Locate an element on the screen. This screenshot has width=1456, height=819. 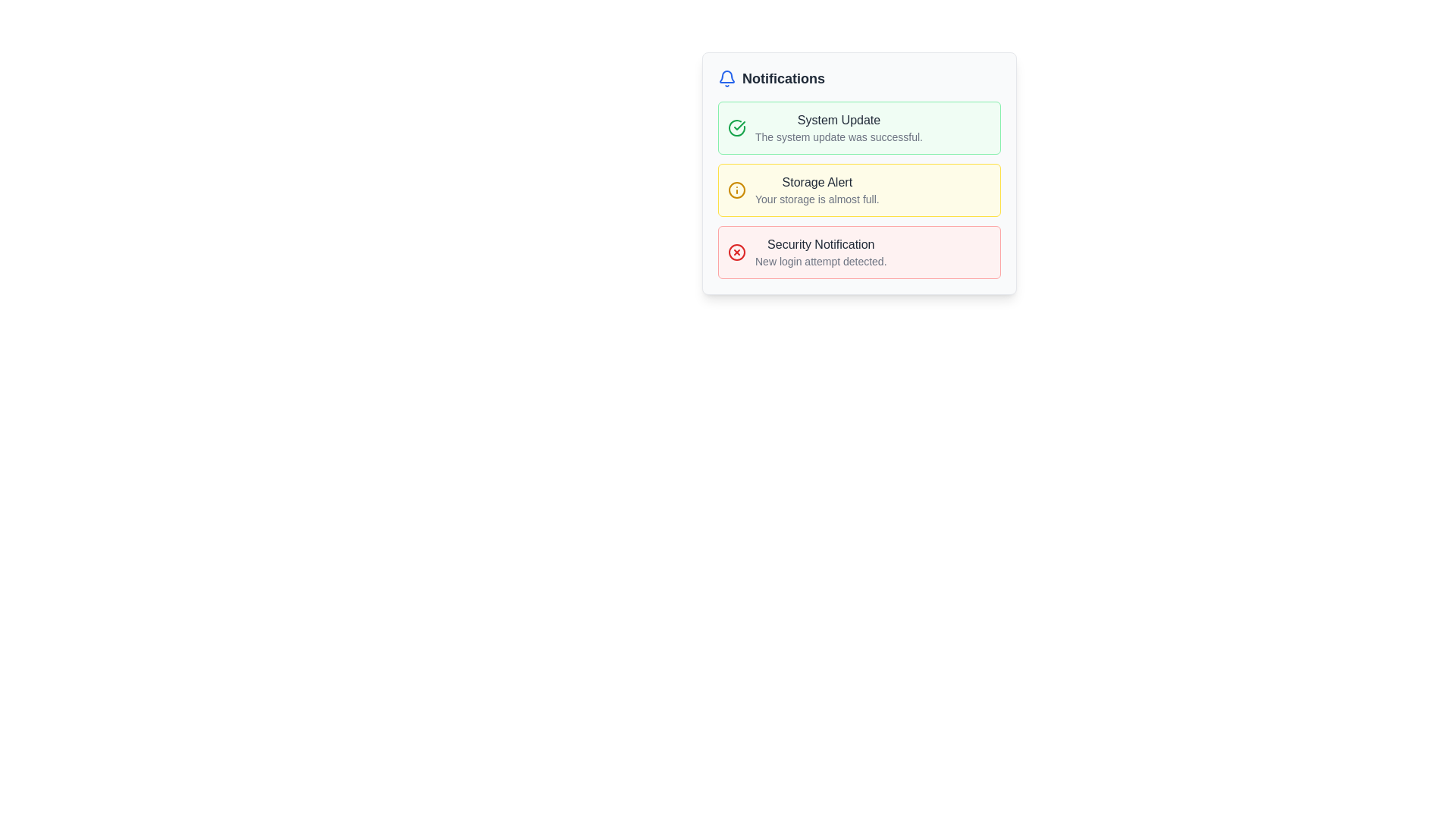
the 'Security Notification' text label within the notification panel is located at coordinates (820, 251).